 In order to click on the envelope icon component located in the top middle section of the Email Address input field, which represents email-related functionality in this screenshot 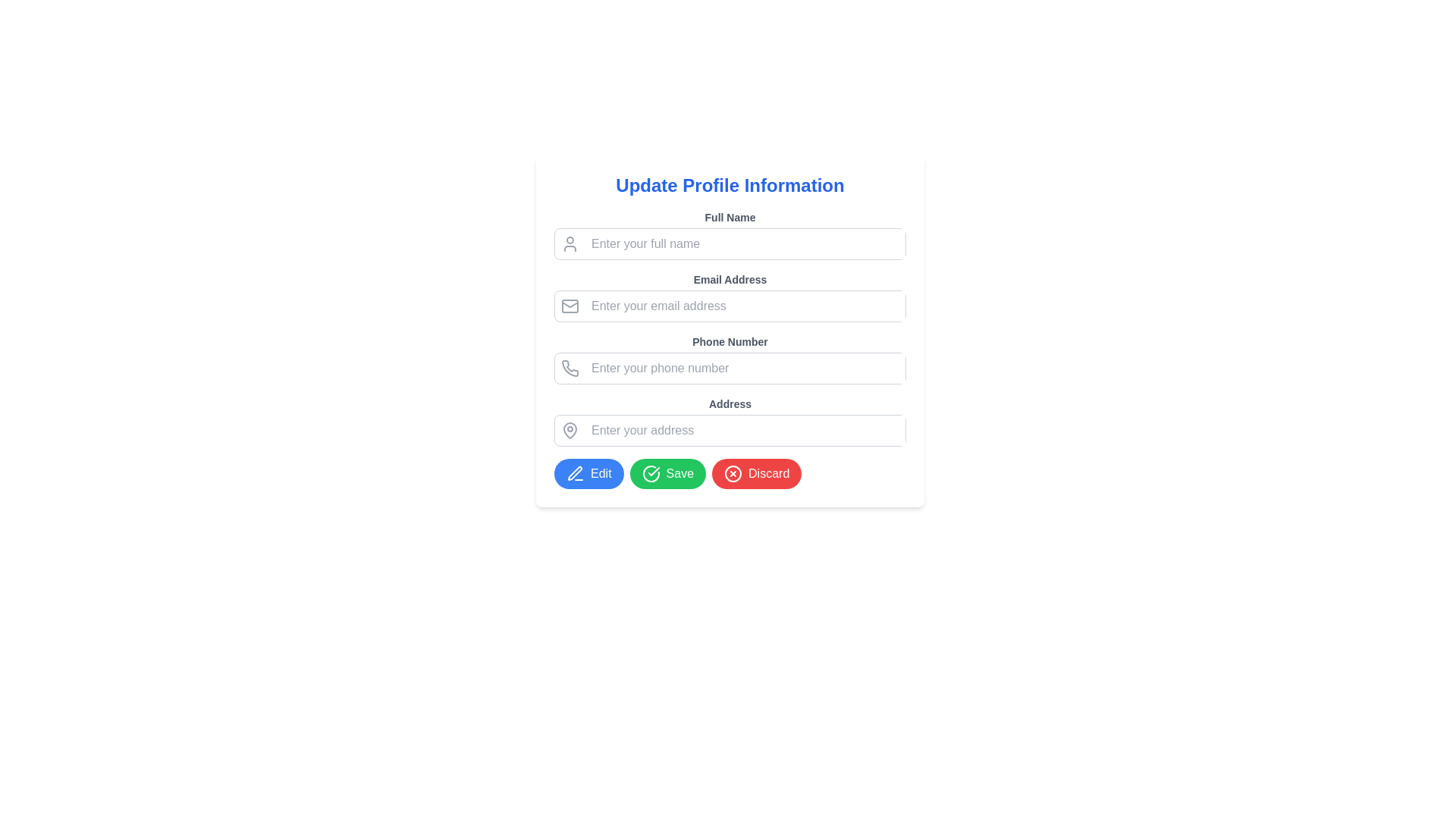, I will do `click(570, 304)`.